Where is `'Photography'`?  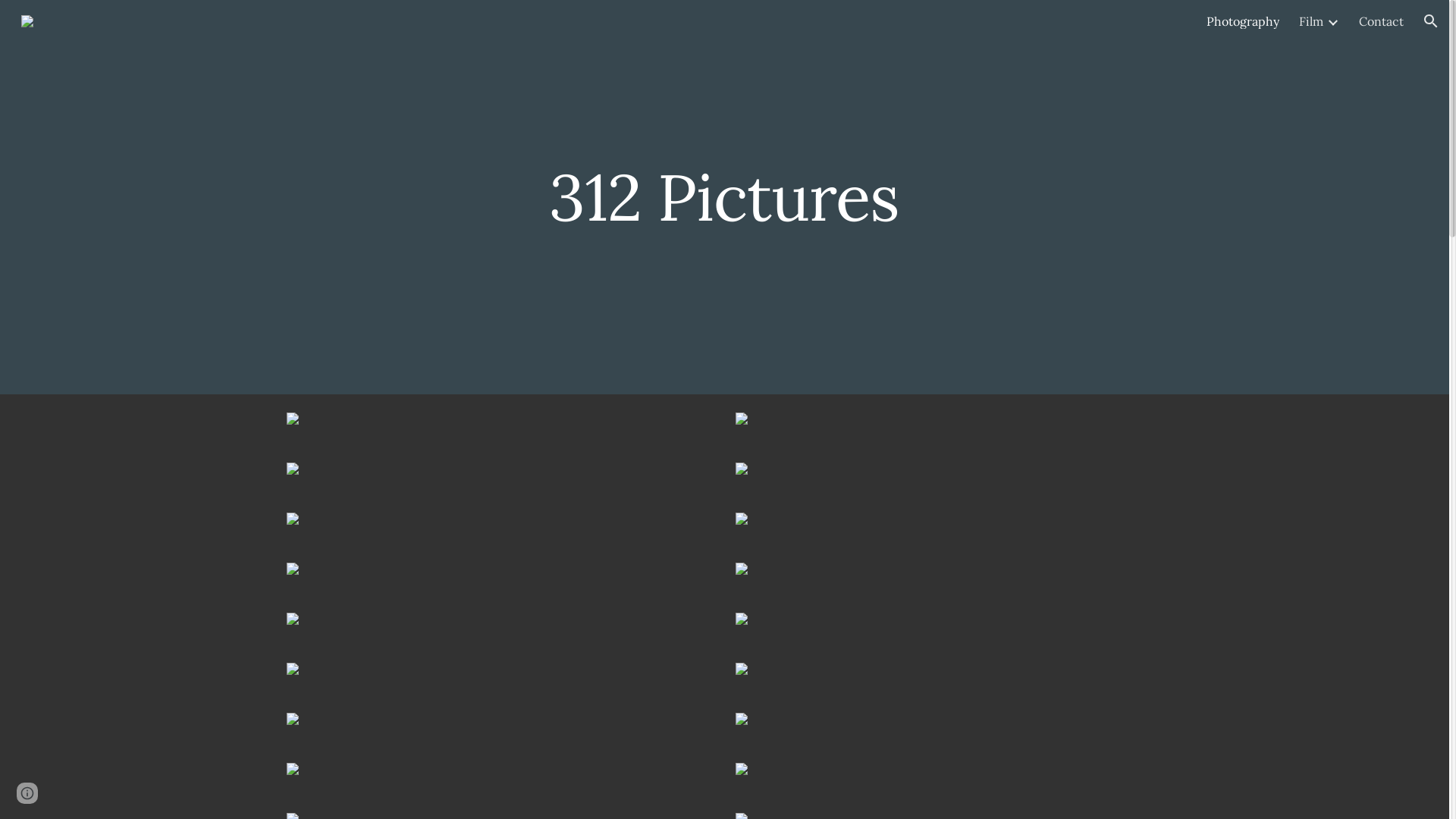 'Photography' is located at coordinates (1242, 20).